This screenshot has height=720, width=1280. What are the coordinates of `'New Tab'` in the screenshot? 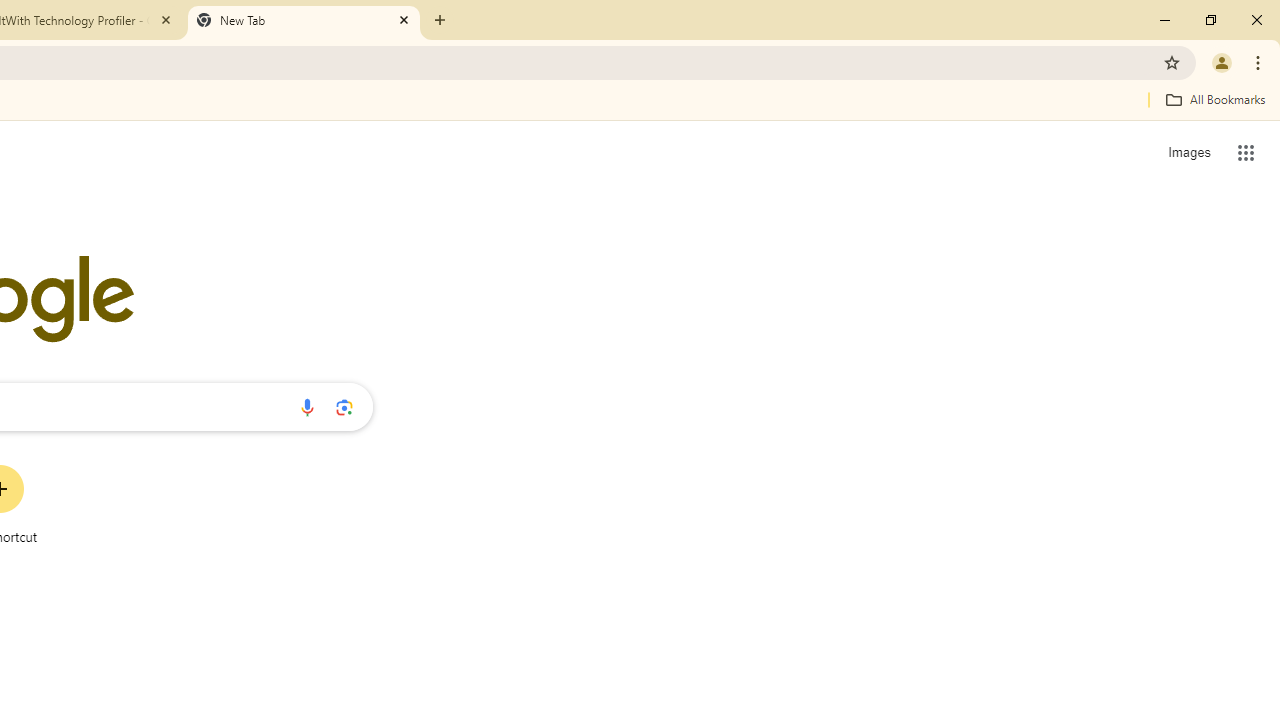 It's located at (303, 20).